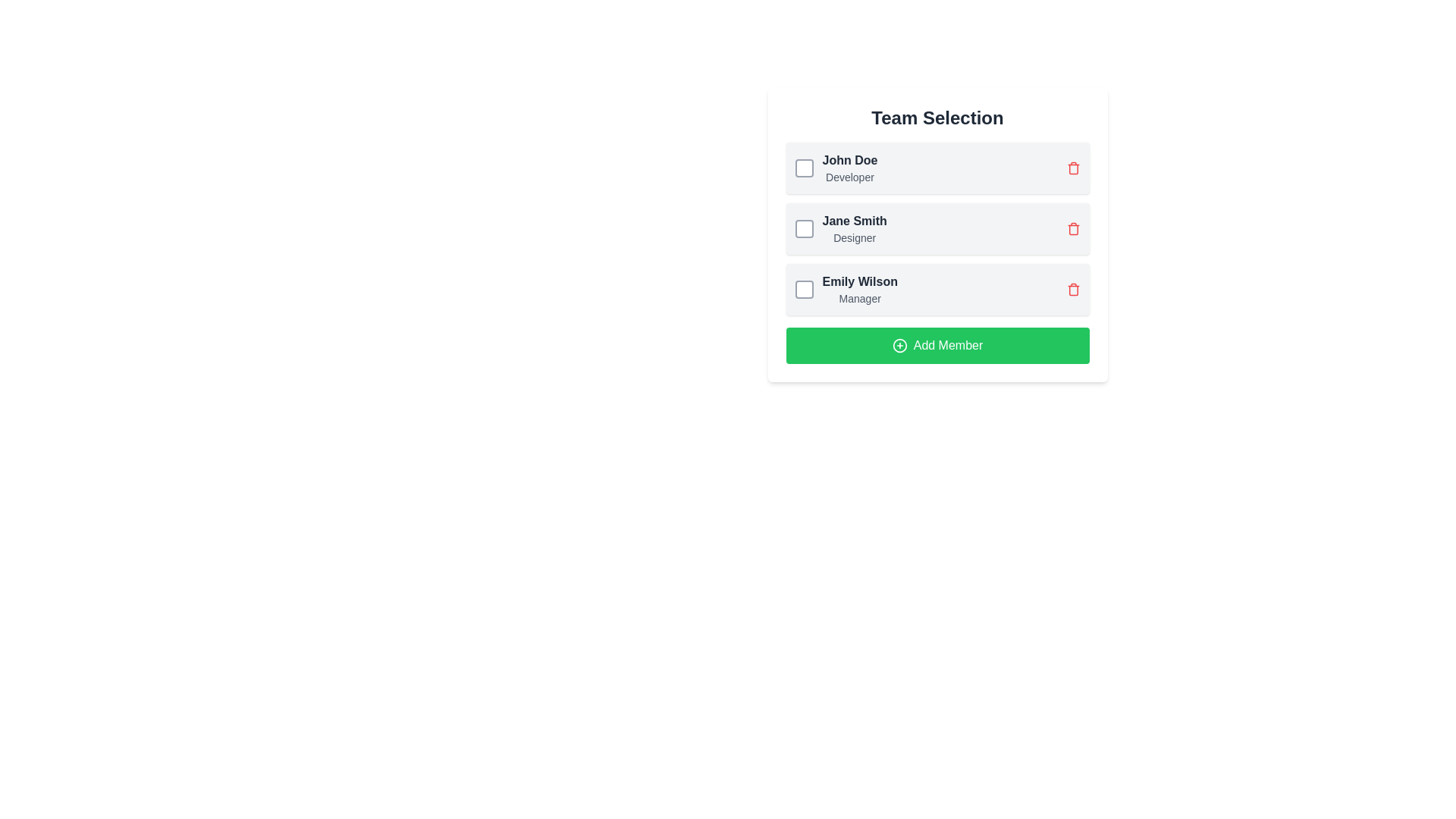 The height and width of the screenshot is (819, 1456). I want to click on the checkbox, so click(803, 168).